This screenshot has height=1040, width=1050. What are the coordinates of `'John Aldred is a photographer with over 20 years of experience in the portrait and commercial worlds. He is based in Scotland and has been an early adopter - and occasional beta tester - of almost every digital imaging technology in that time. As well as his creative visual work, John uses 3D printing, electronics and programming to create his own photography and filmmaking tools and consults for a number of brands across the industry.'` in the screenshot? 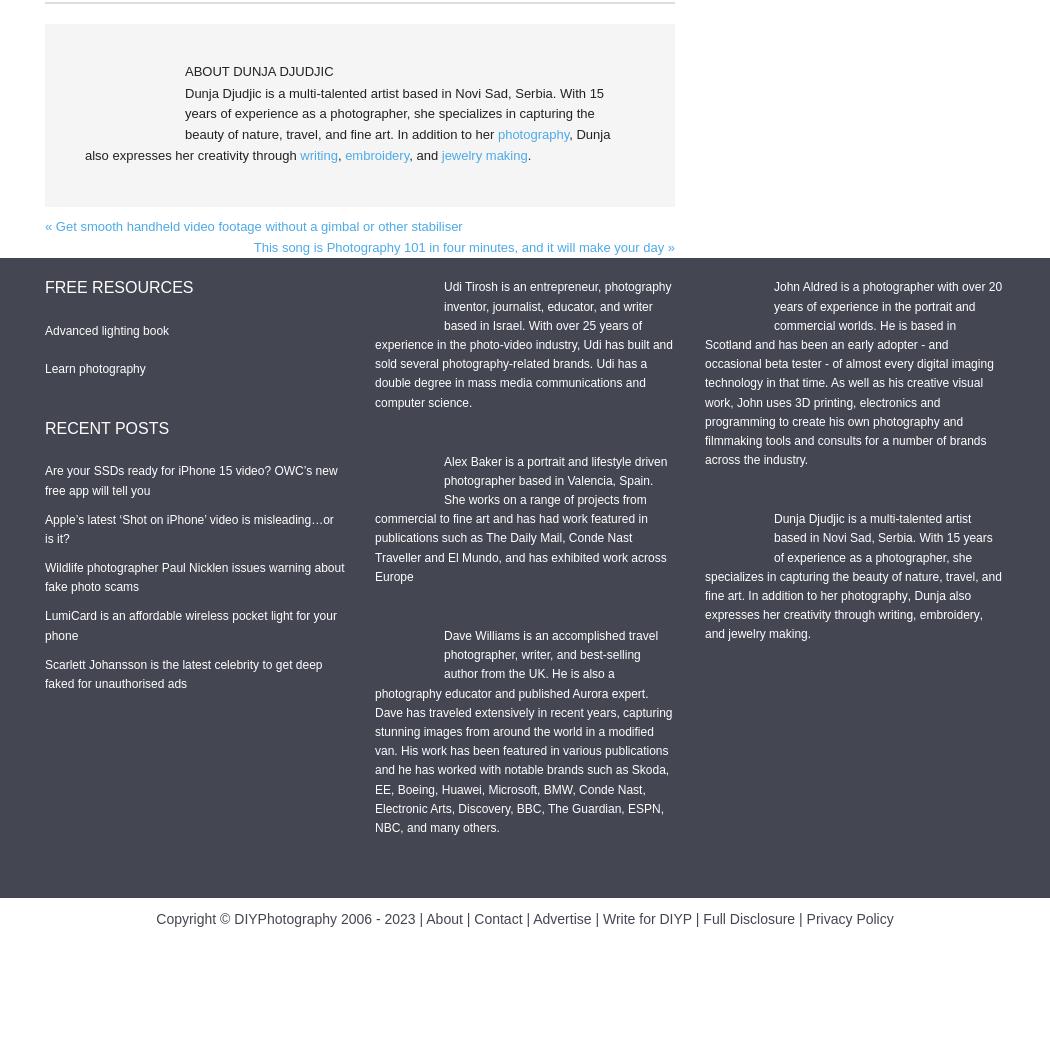 It's located at (853, 372).